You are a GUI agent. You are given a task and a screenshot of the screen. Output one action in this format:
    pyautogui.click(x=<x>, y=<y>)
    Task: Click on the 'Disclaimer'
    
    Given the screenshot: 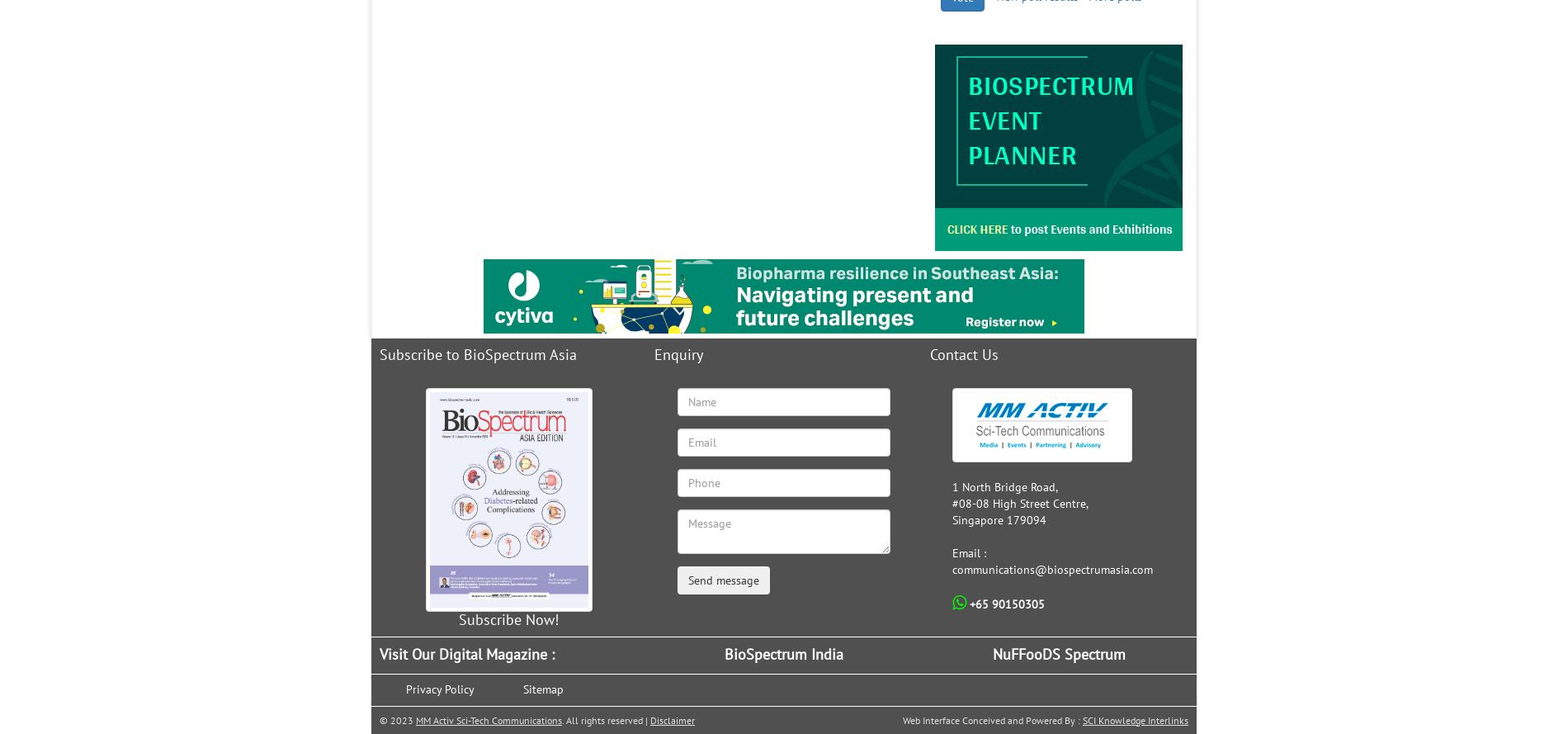 What is the action you would take?
    pyautogui.click(x=671, y=718)
    